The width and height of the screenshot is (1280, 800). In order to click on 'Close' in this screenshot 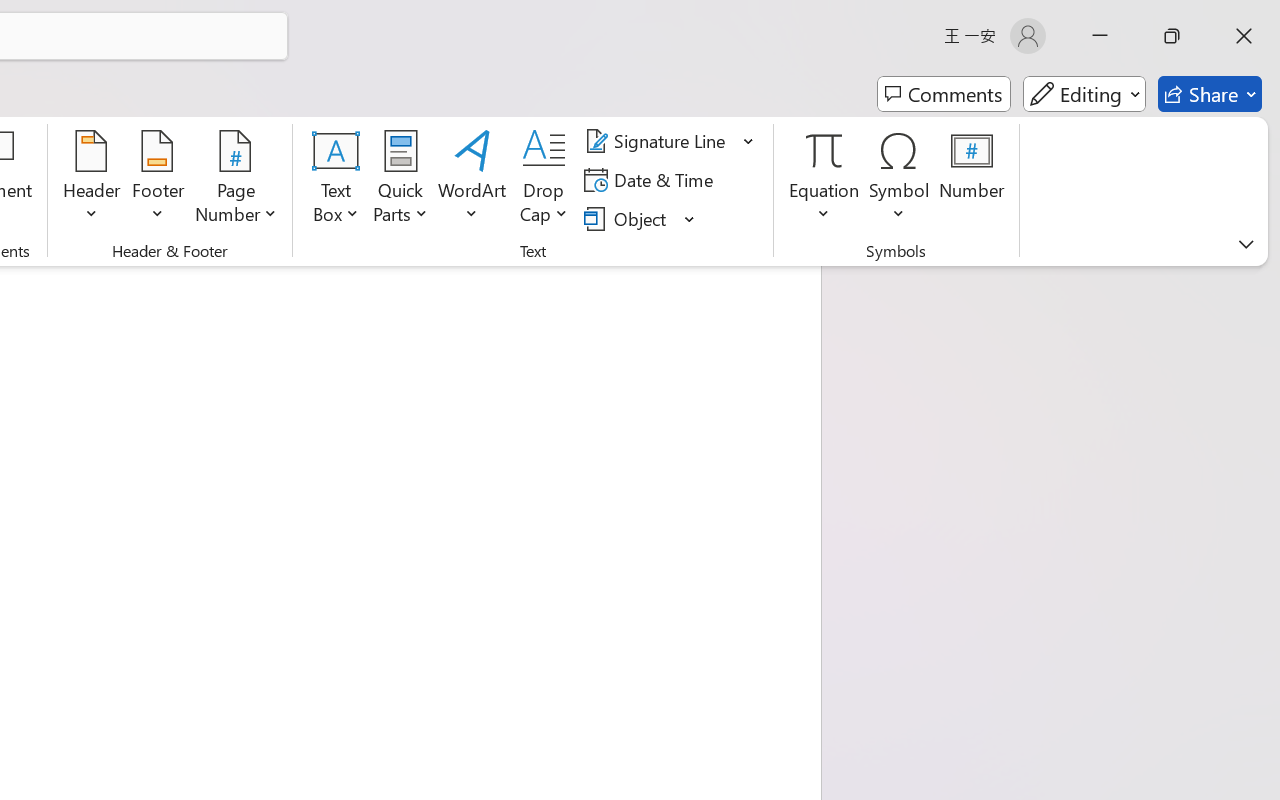, I will do `click(1243, 35)`.